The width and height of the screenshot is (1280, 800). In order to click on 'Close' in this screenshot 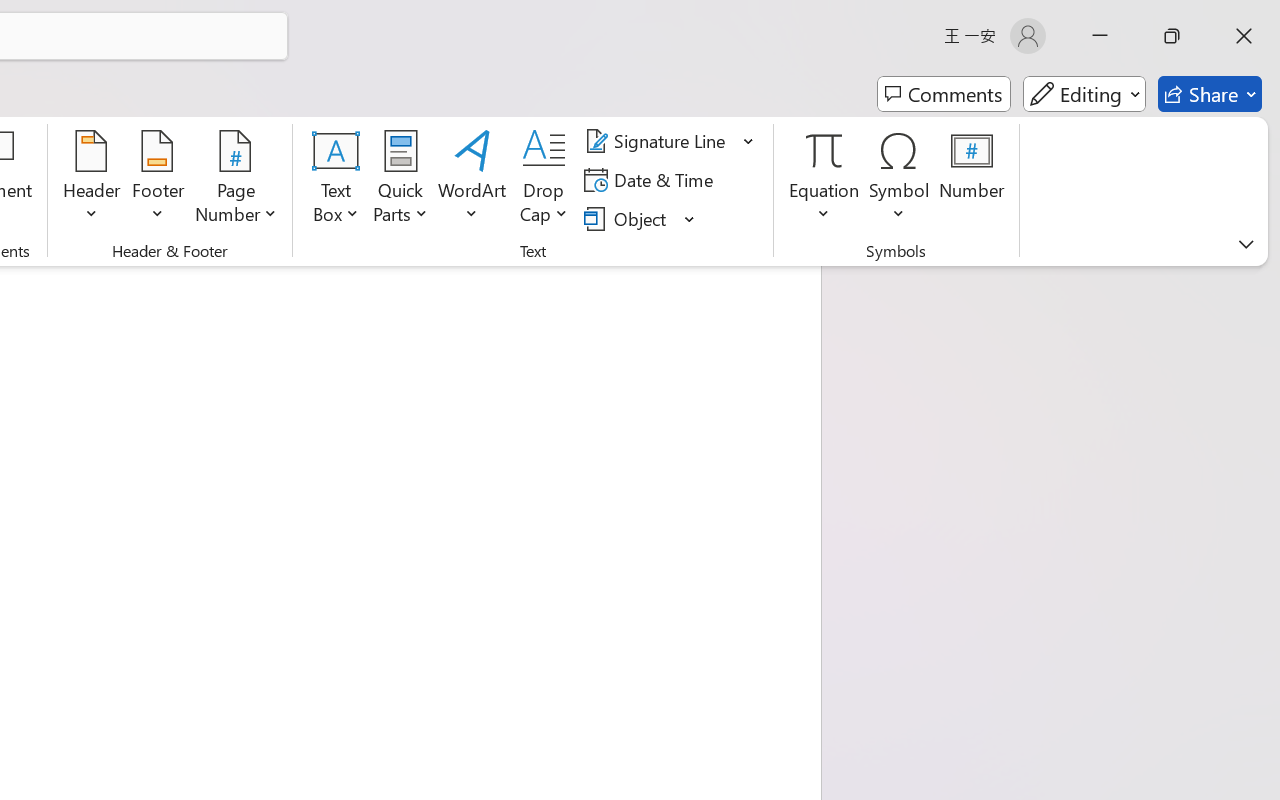, I will do `click(1243, 35)`.